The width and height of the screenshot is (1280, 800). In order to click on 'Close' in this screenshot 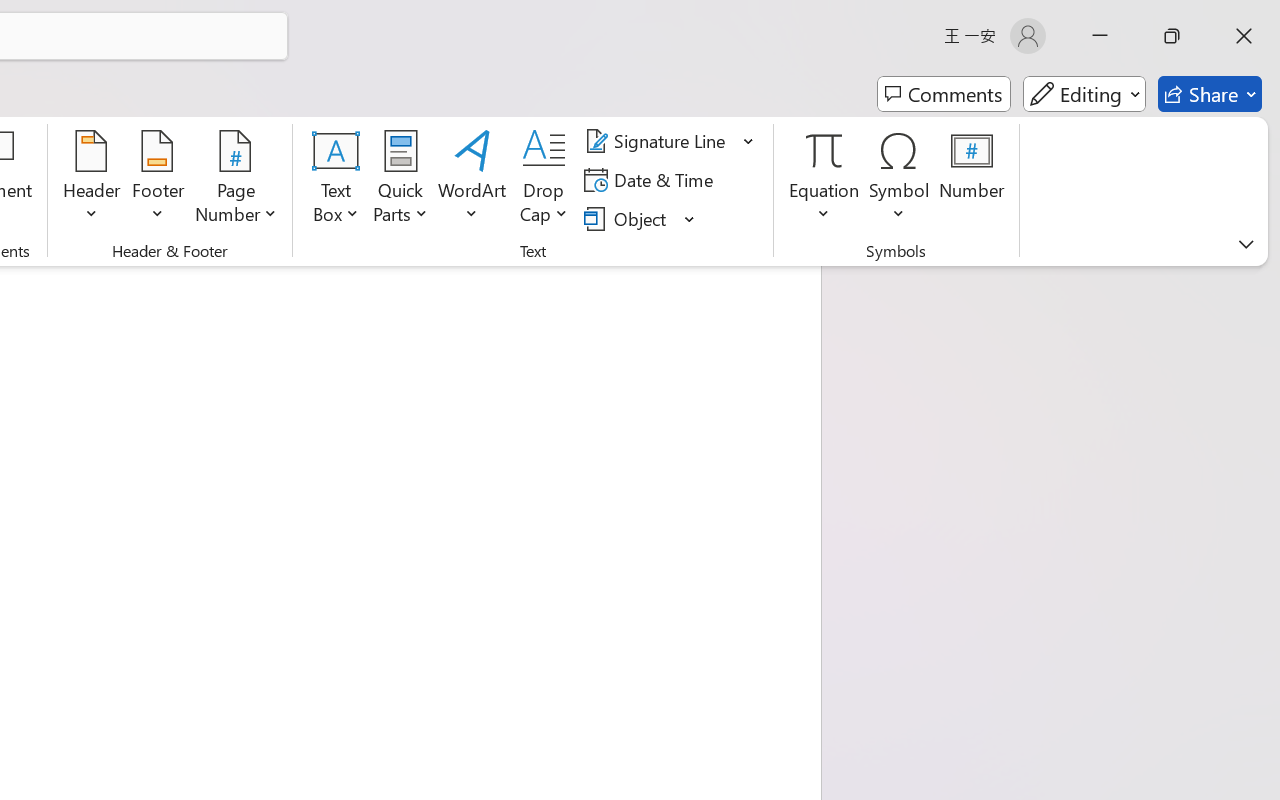, I will do `click(1243, 35)`.